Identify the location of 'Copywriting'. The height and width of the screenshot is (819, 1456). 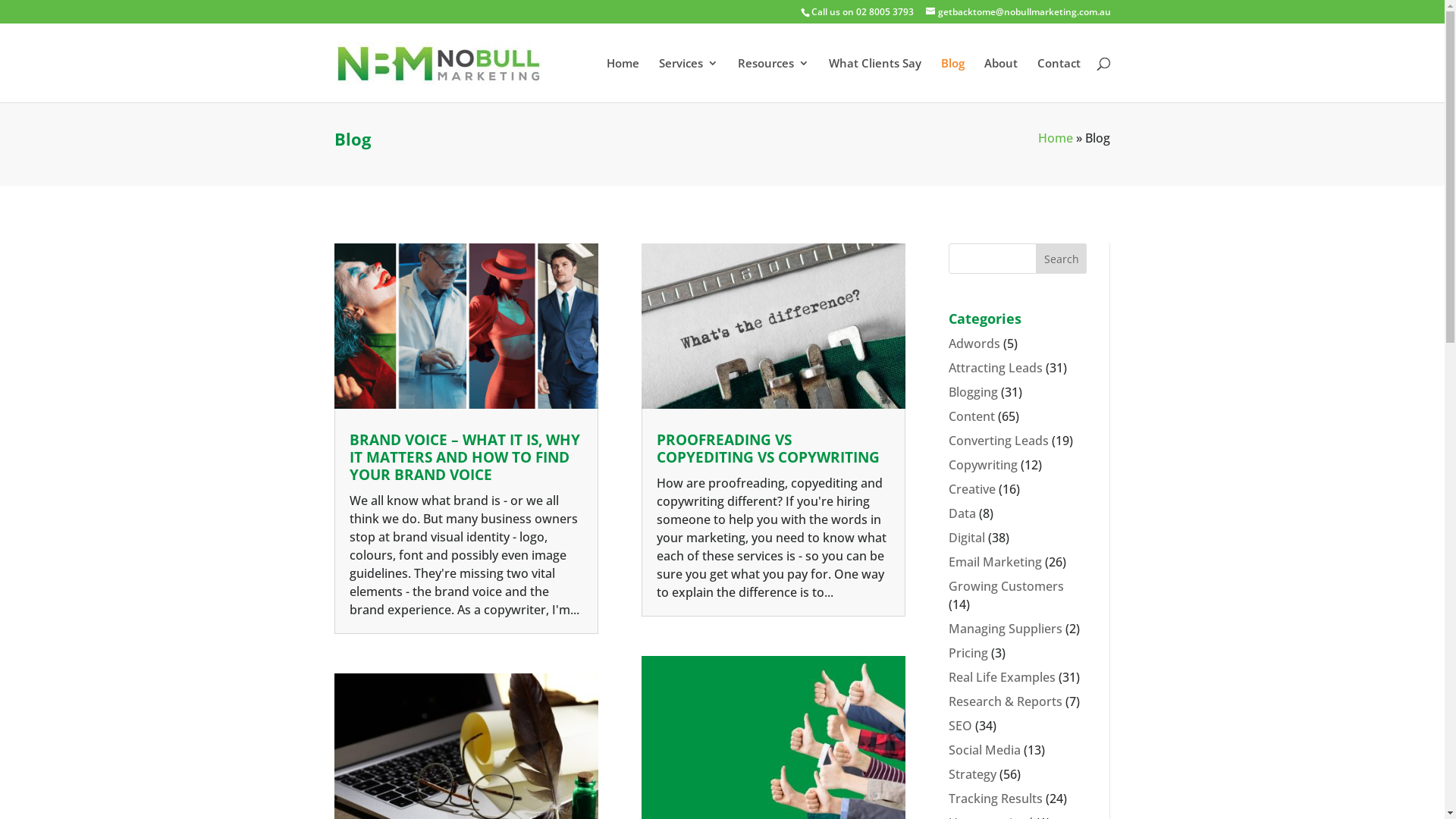
(948, 464).